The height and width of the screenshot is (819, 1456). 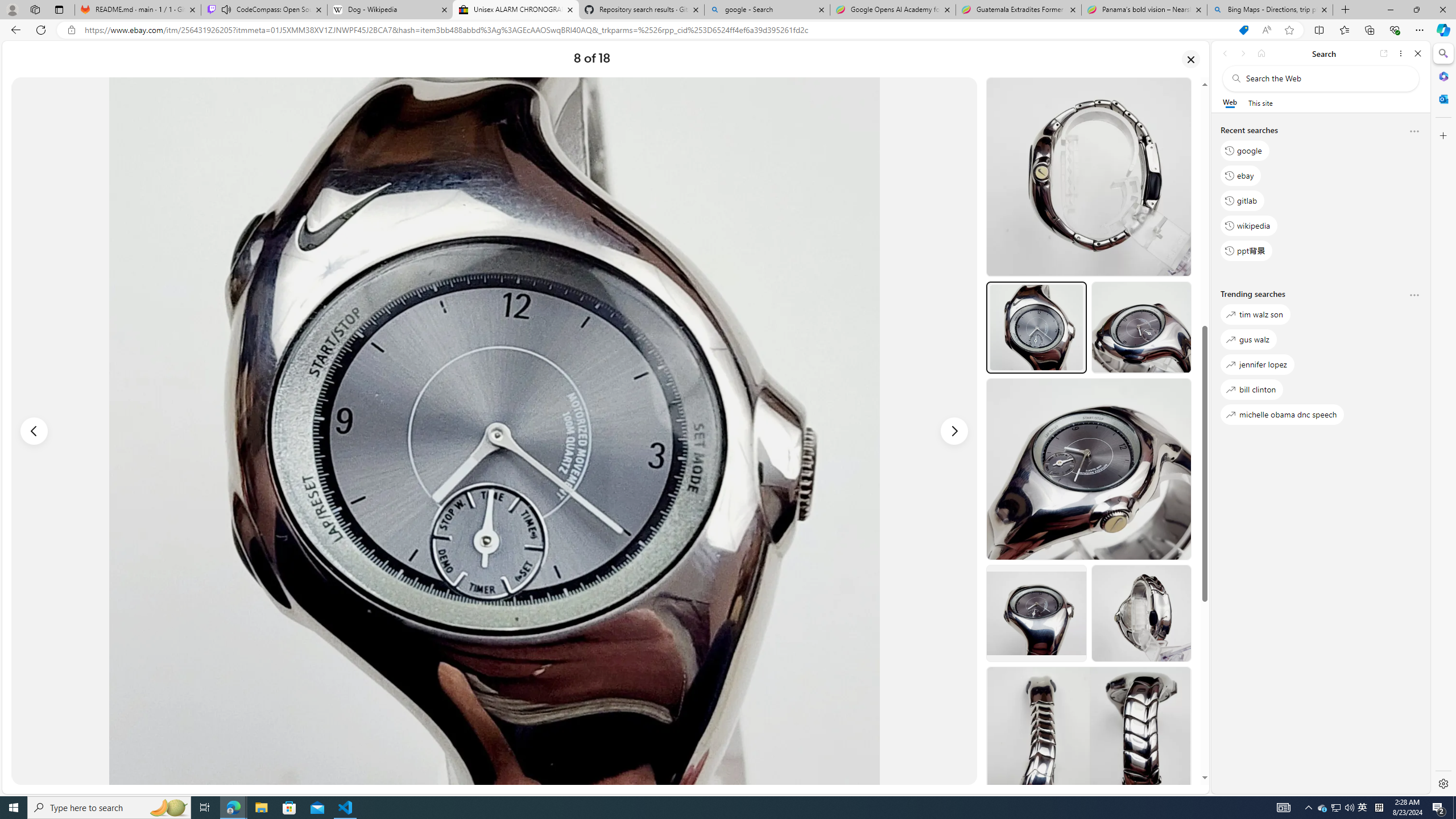 I want to click on 'gitlab', so click(x=1242, y=200).